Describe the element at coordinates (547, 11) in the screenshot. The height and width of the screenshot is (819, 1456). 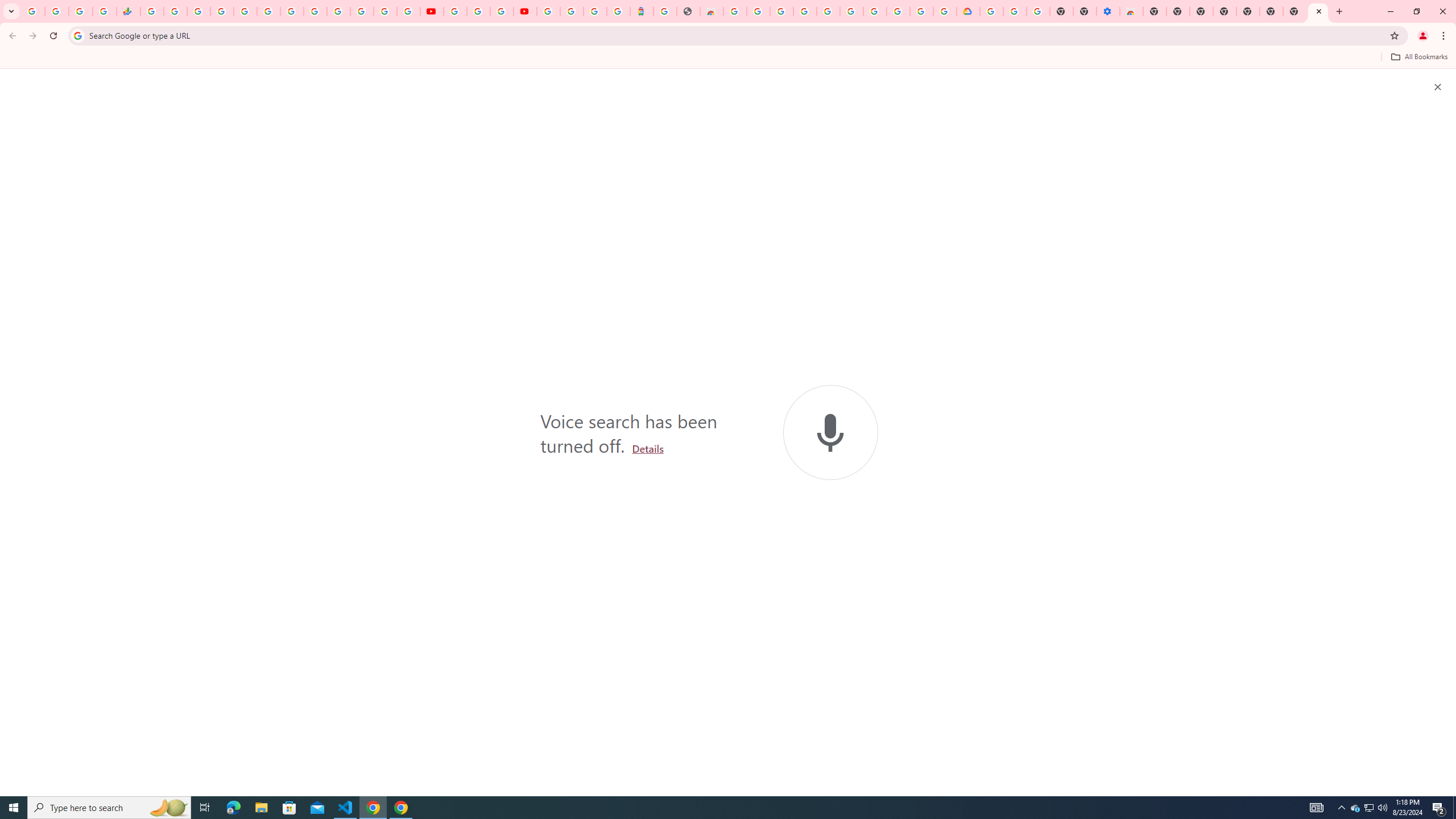
I see `'Sign in - Google Accounts'` at that location.